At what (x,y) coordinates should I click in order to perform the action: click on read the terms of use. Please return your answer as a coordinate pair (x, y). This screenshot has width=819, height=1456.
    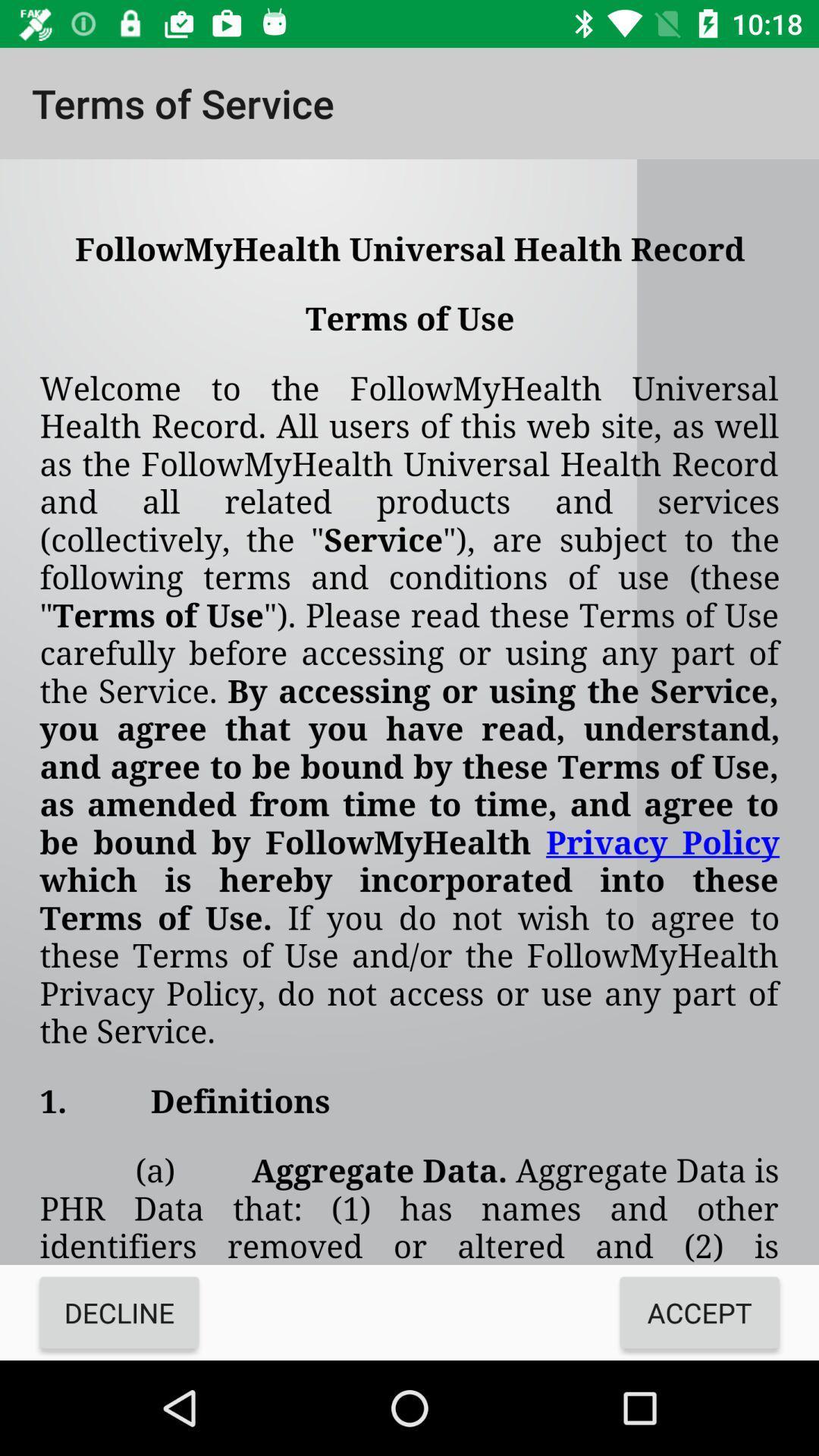
    Looking at the image, I should click on (409, 711).